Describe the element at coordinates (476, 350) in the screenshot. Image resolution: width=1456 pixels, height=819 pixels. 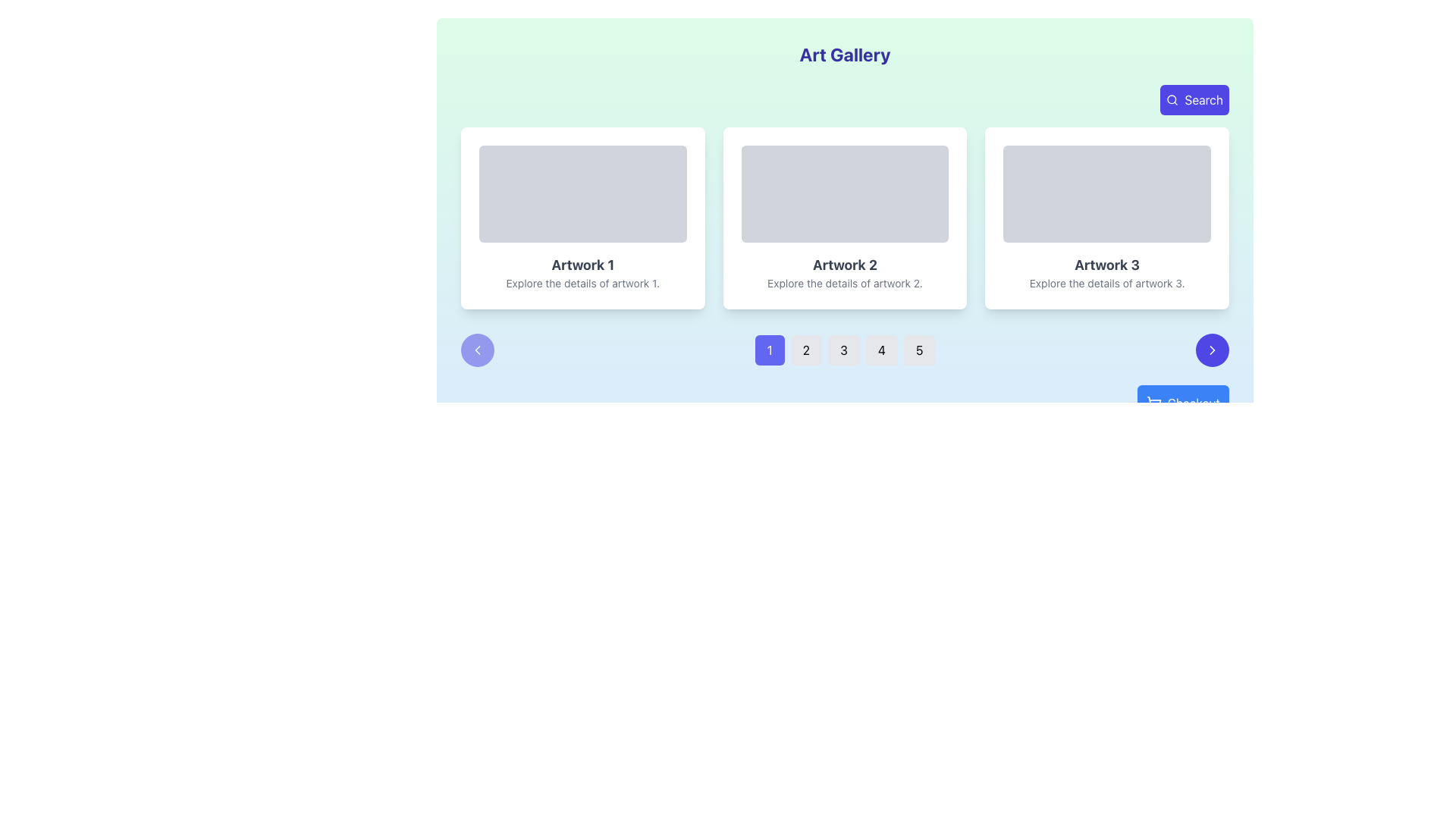
I see `the navigation button located on the far left side of the pagination area` at that location.